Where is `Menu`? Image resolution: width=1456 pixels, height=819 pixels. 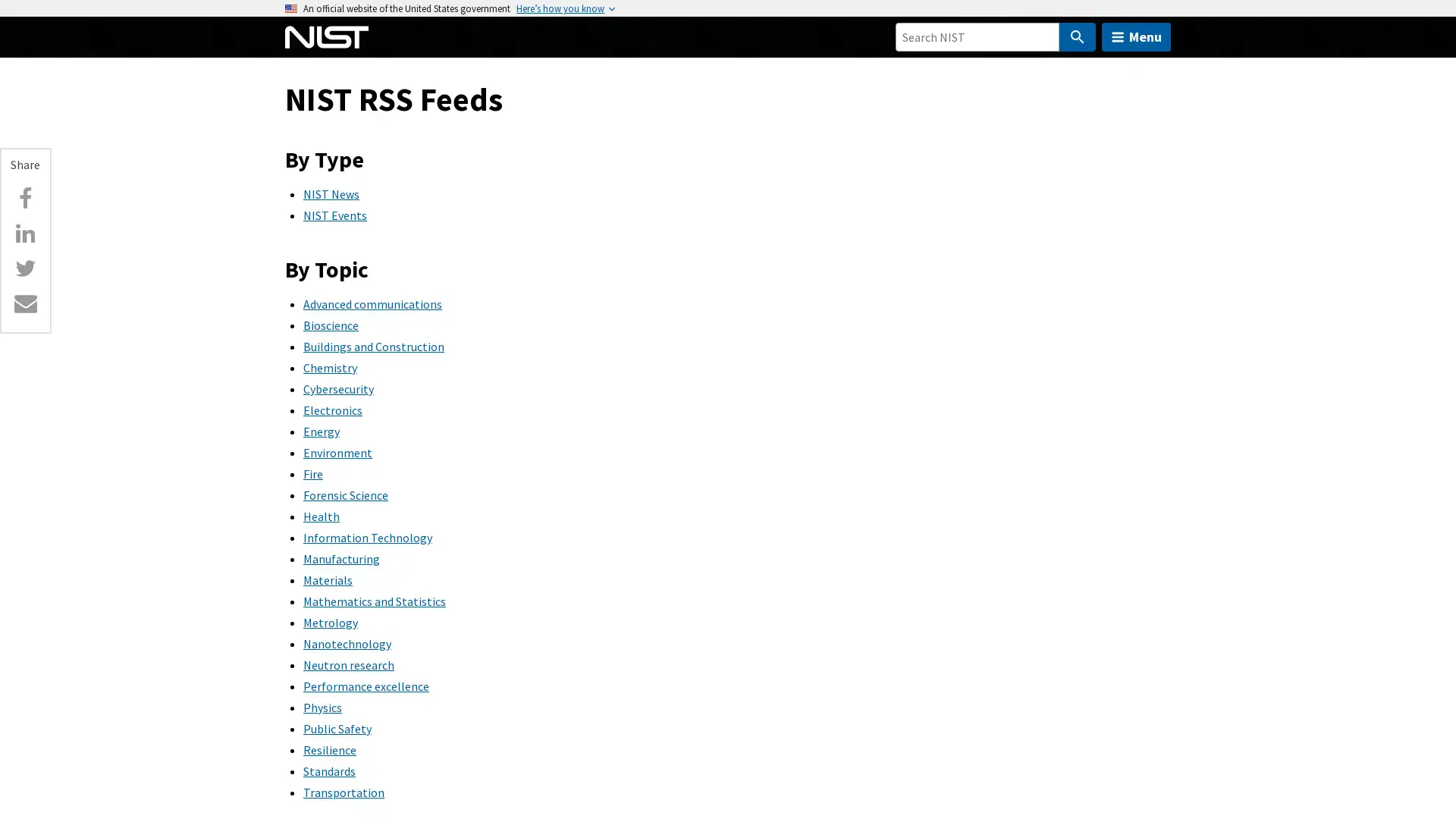 Menu is located at coordinates (1136, 36).